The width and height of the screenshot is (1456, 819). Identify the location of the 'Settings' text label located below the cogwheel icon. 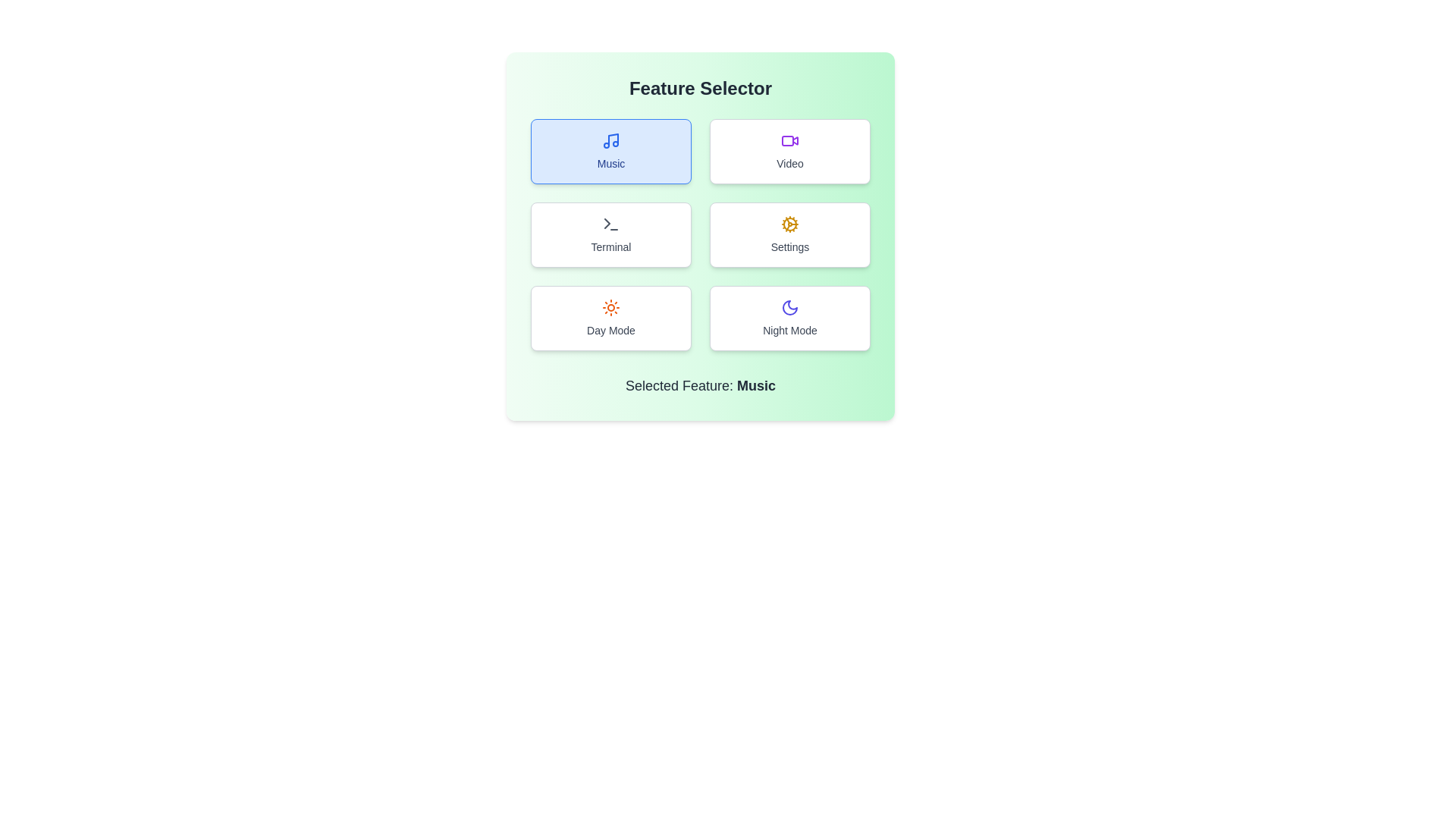
(789, 246).